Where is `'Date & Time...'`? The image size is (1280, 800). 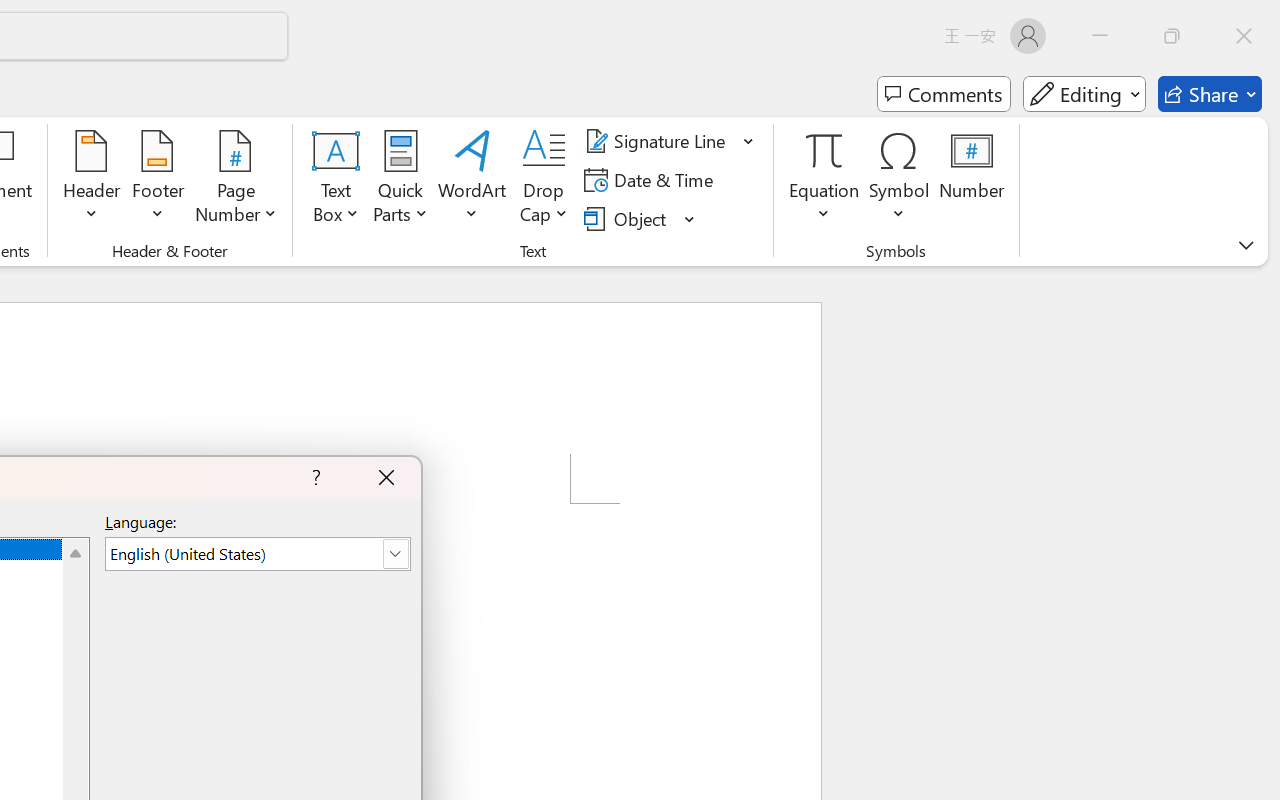 'Date & Time...' is located at coordinates (652, 179).